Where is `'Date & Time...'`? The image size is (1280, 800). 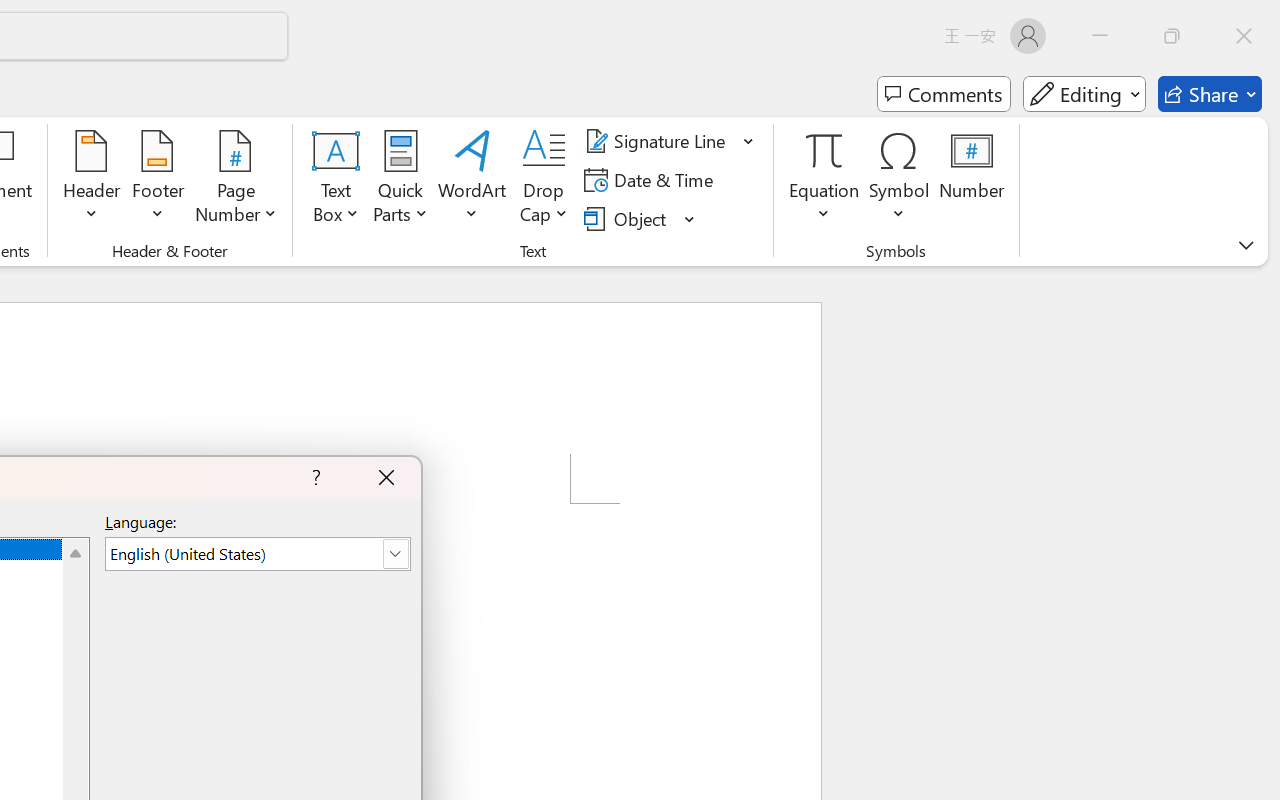 'Date & Time...' is located at coordinates (652, 179).